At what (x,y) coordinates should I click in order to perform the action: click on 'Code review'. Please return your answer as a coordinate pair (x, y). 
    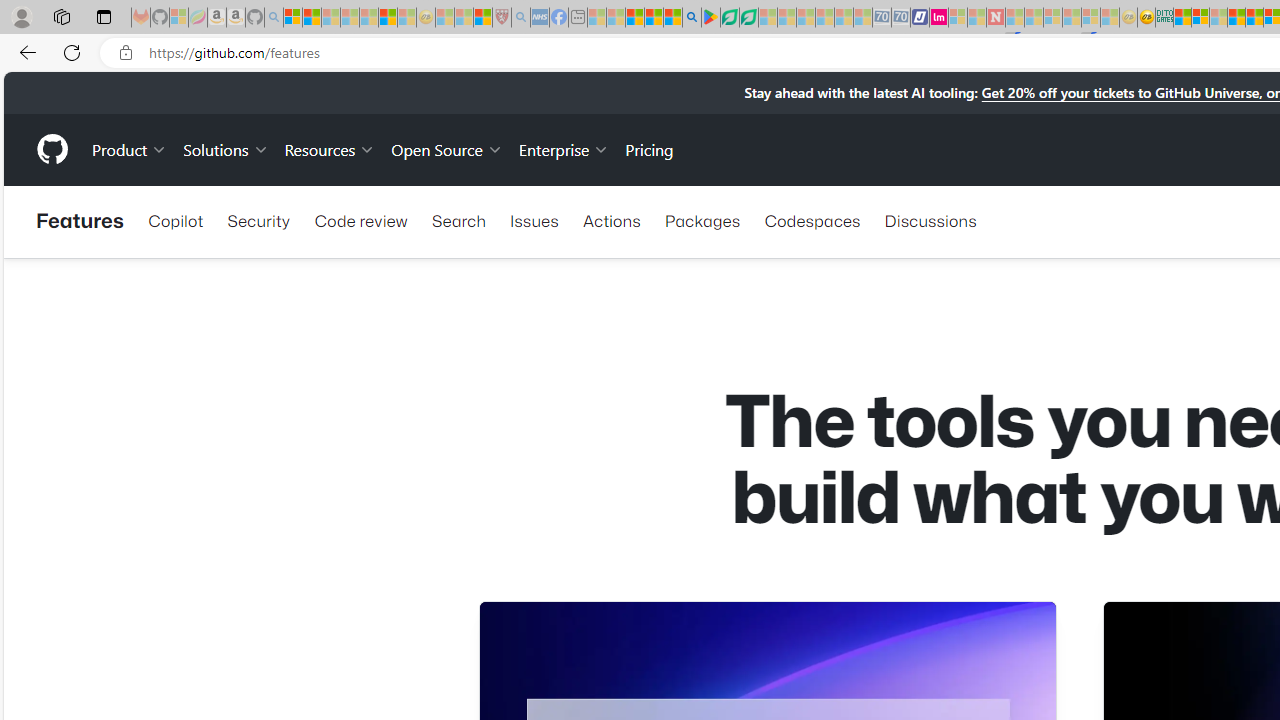
    Looking at the image, I should click on (360, 221).